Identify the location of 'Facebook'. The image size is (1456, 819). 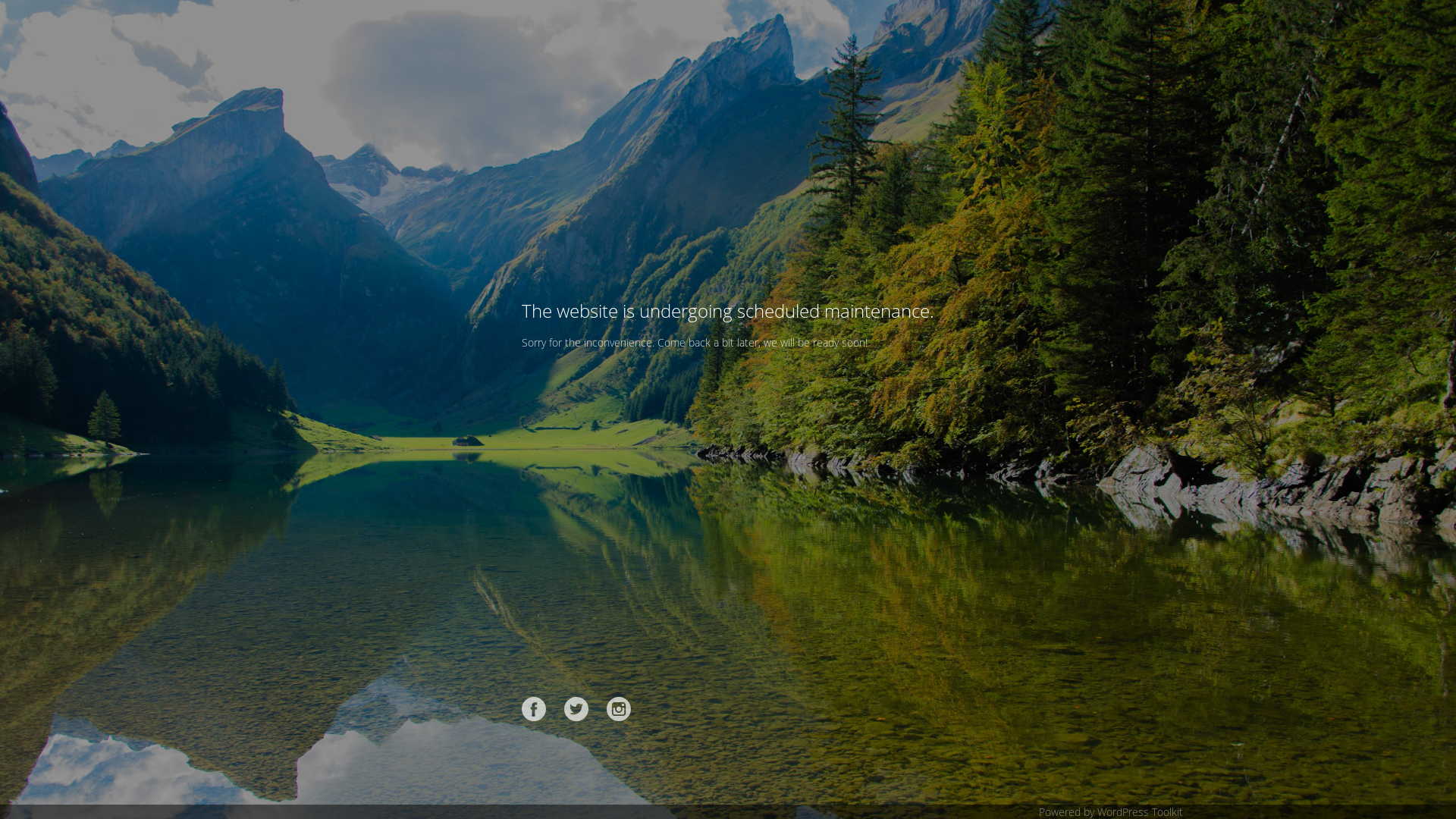
(521, 708).